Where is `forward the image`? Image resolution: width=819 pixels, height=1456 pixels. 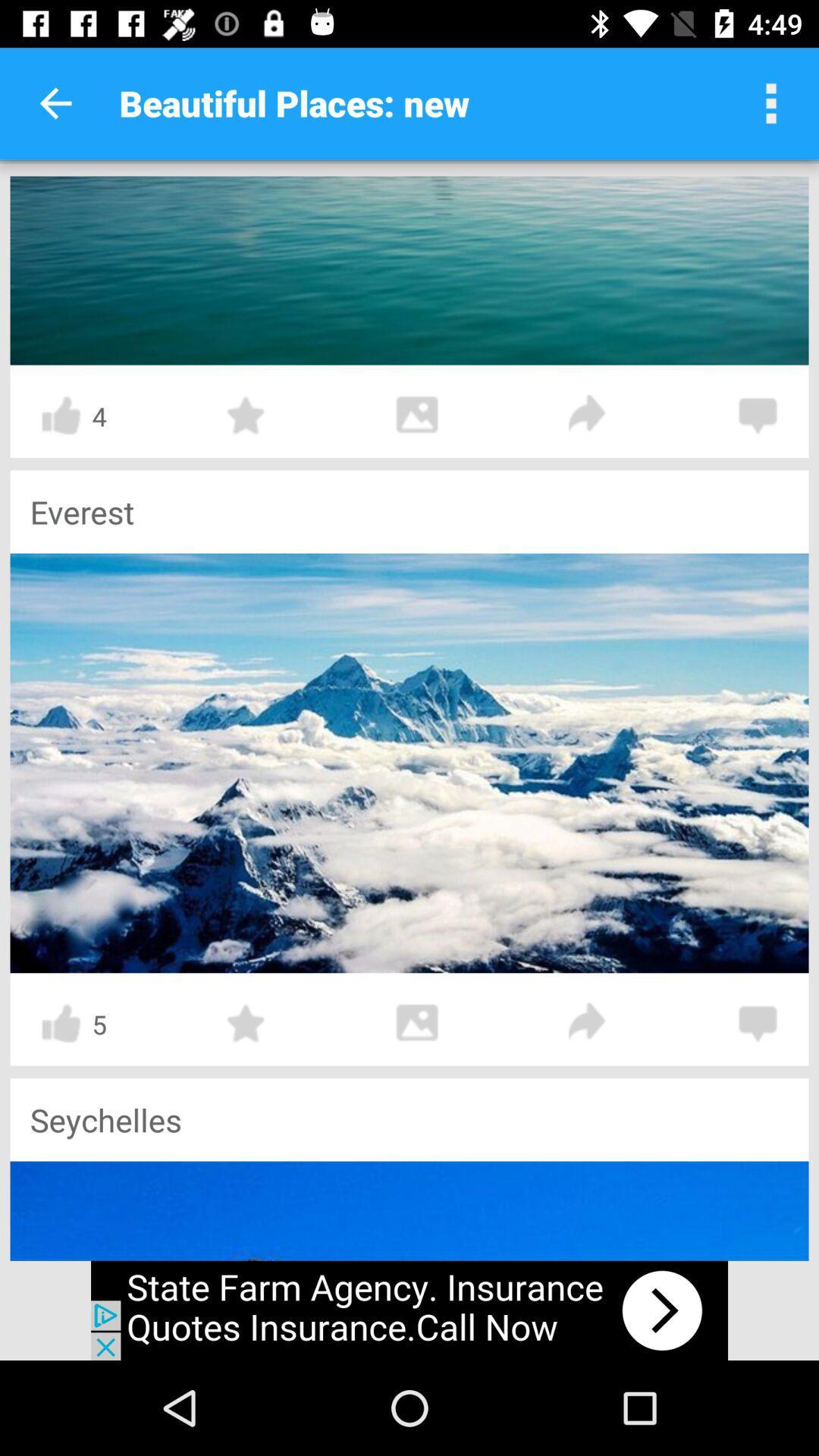 forward the image is located at coordinates (587, 416).